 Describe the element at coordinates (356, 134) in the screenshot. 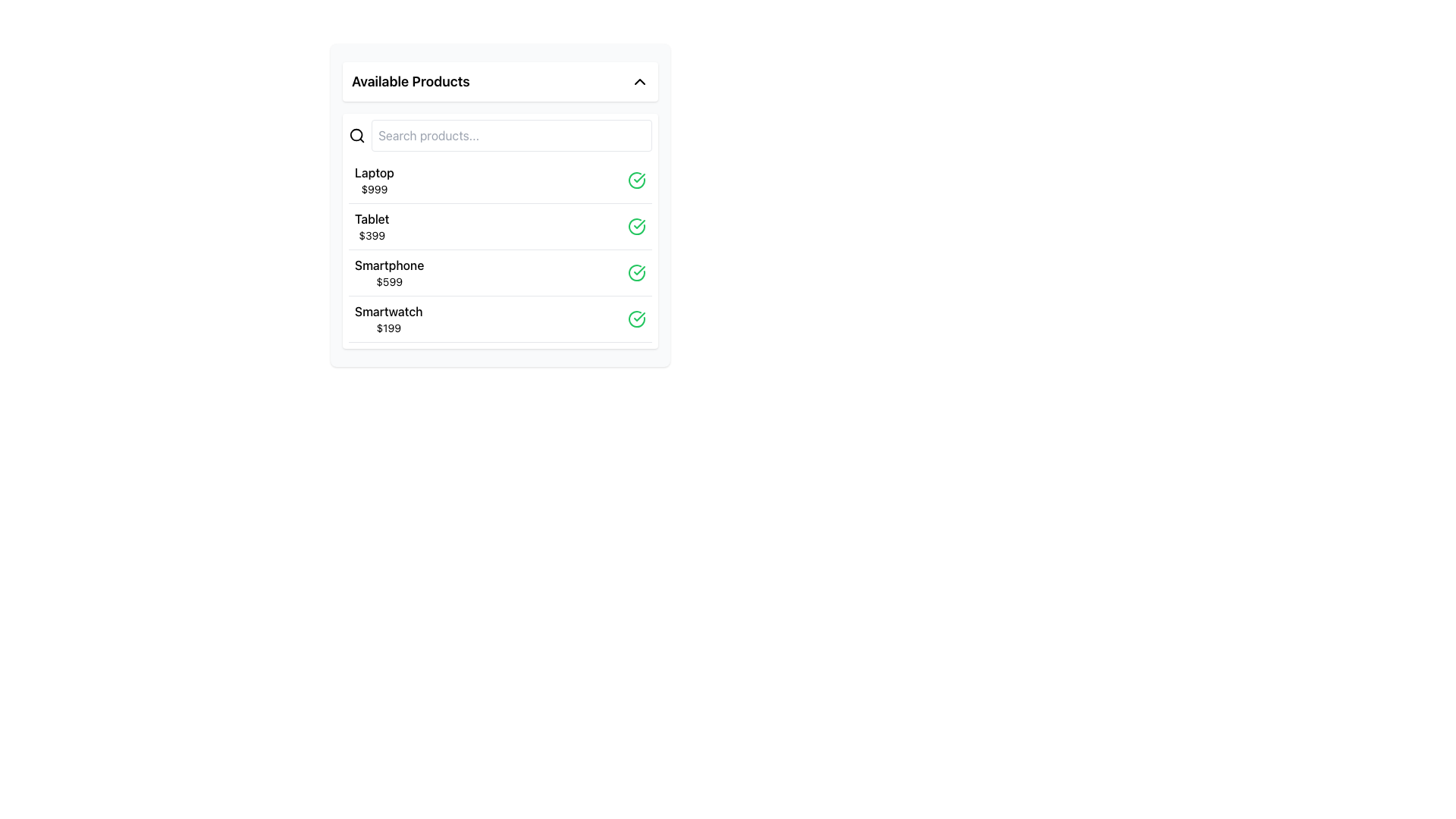

I see `the magnifying glass icon, which is black and symbolizes search functionality, located directly before the search input field labeled 'Search products...'` at that location.